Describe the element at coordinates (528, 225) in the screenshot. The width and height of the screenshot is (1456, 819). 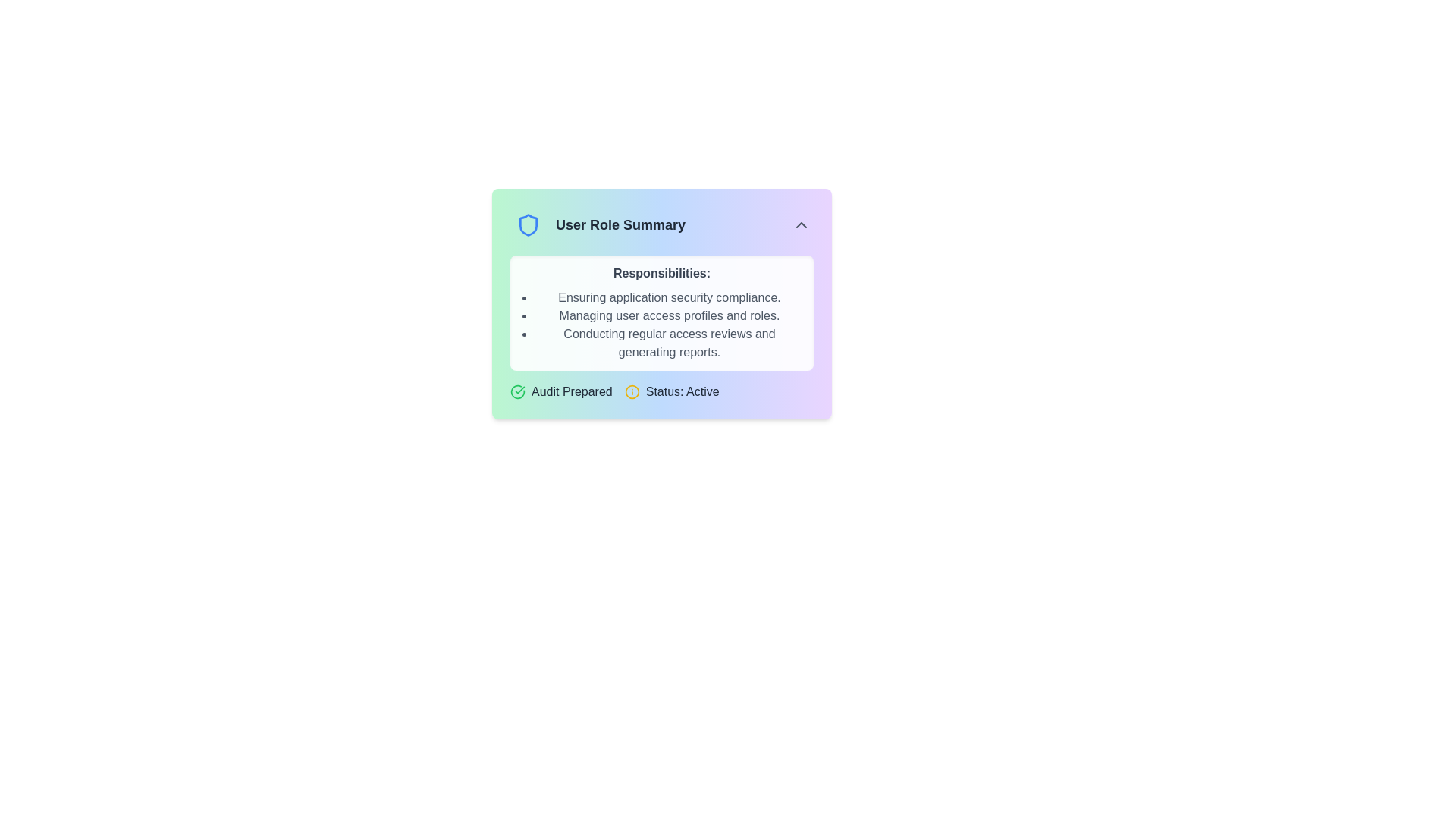
I see `the circular icon with a light blue background and a shield icon outlined in blue, located inside the 'User Role Summary' header box` at that location.